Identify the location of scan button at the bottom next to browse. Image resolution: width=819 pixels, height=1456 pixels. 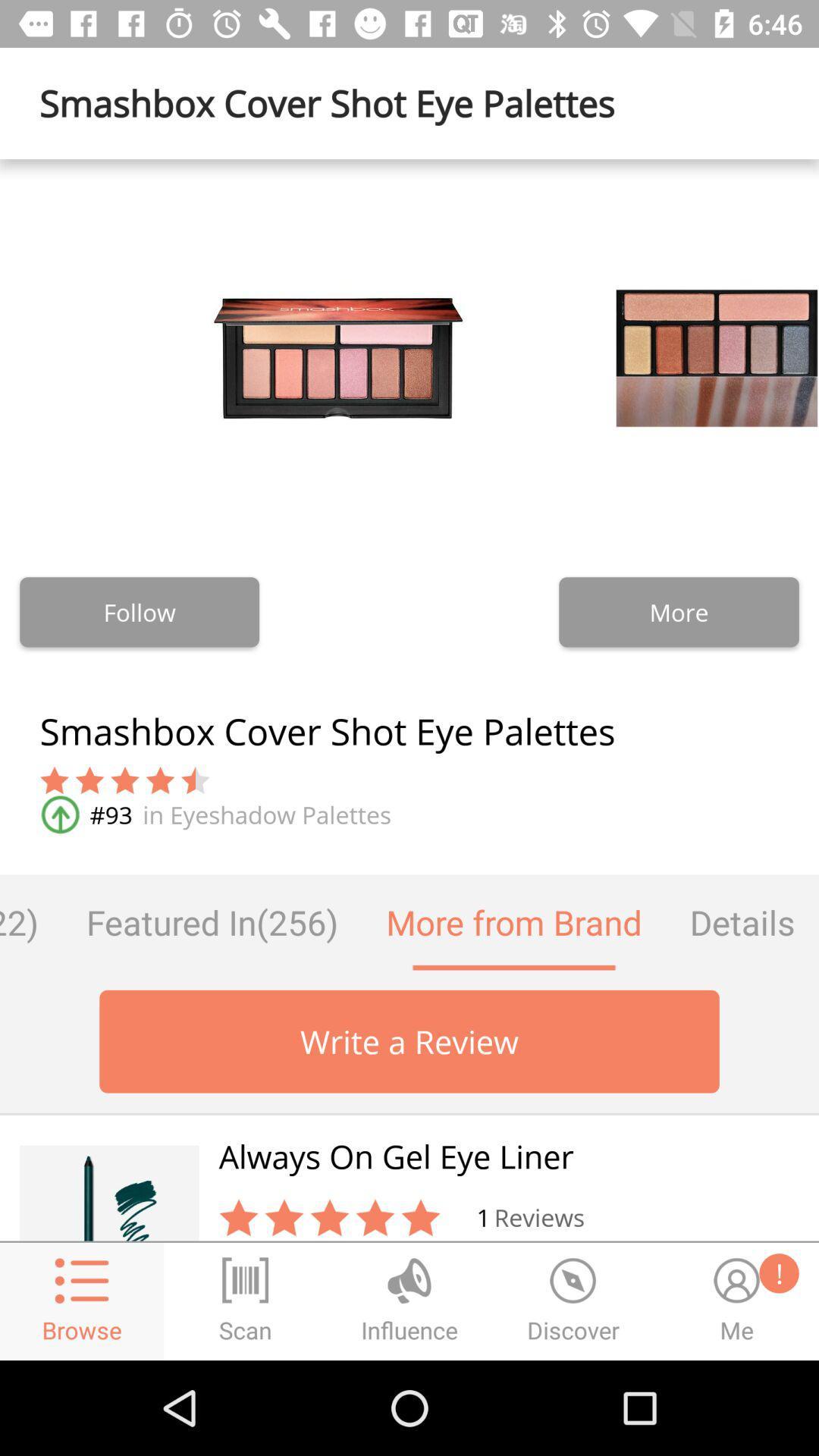
(245, 1301).